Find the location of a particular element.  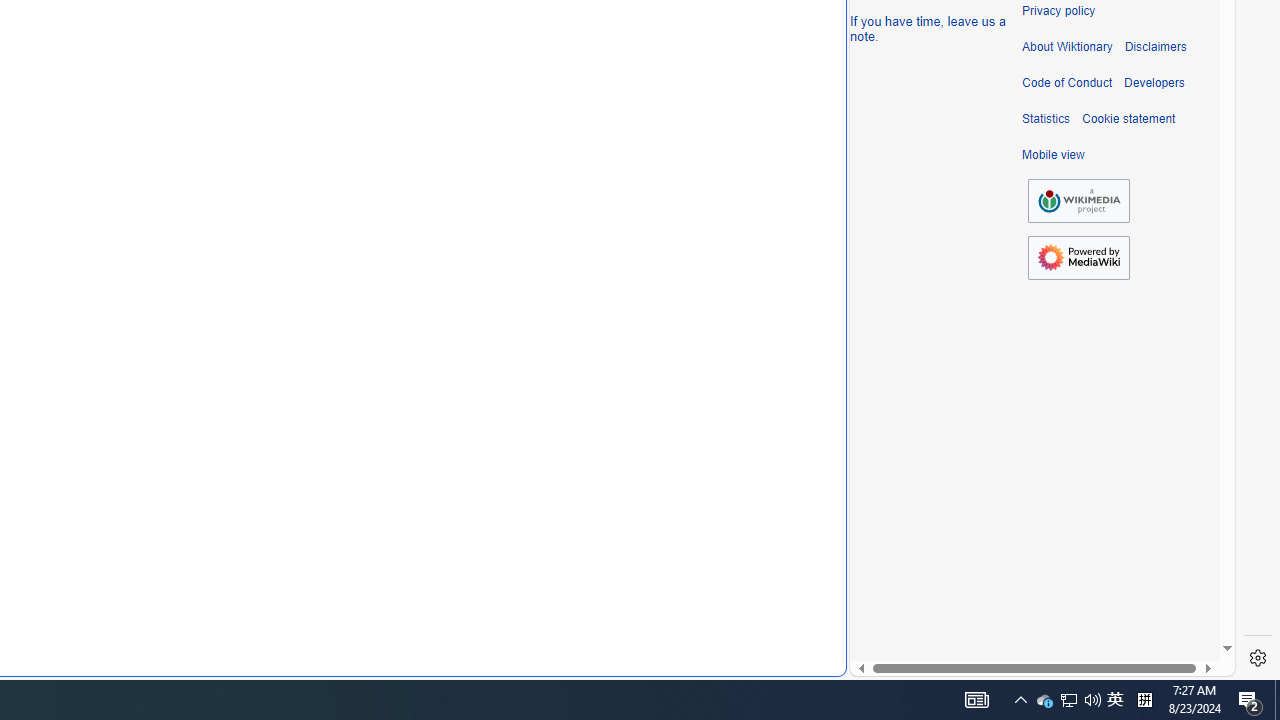

'If you have time, leave us a note.' is located at coordinates (927, 28).